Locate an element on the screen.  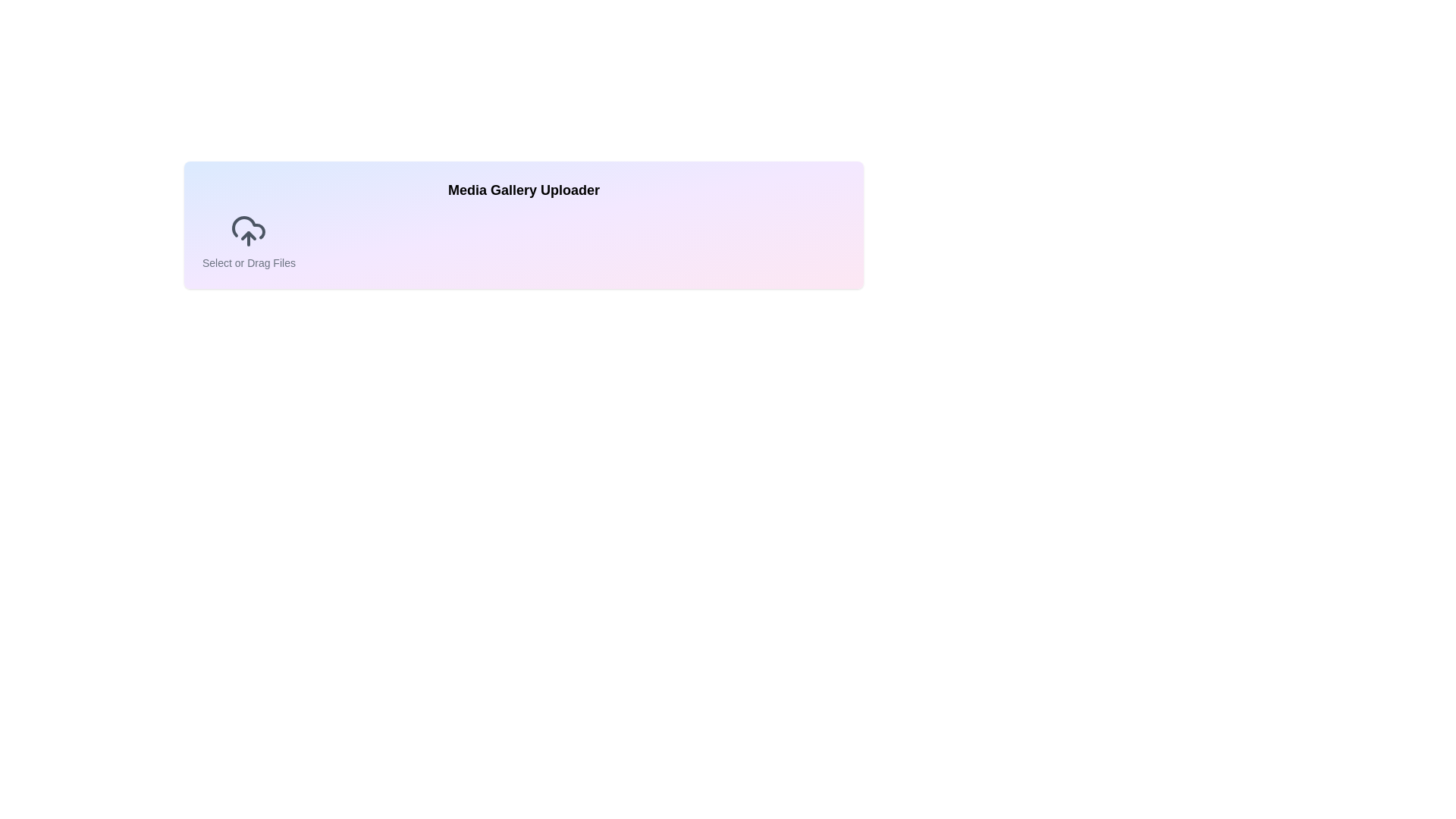
the static informational text that reads 'Select or Drag Files', which is styled in a smaller gray font and positioned underneath the upload icon is located at coordinates (249, 262).